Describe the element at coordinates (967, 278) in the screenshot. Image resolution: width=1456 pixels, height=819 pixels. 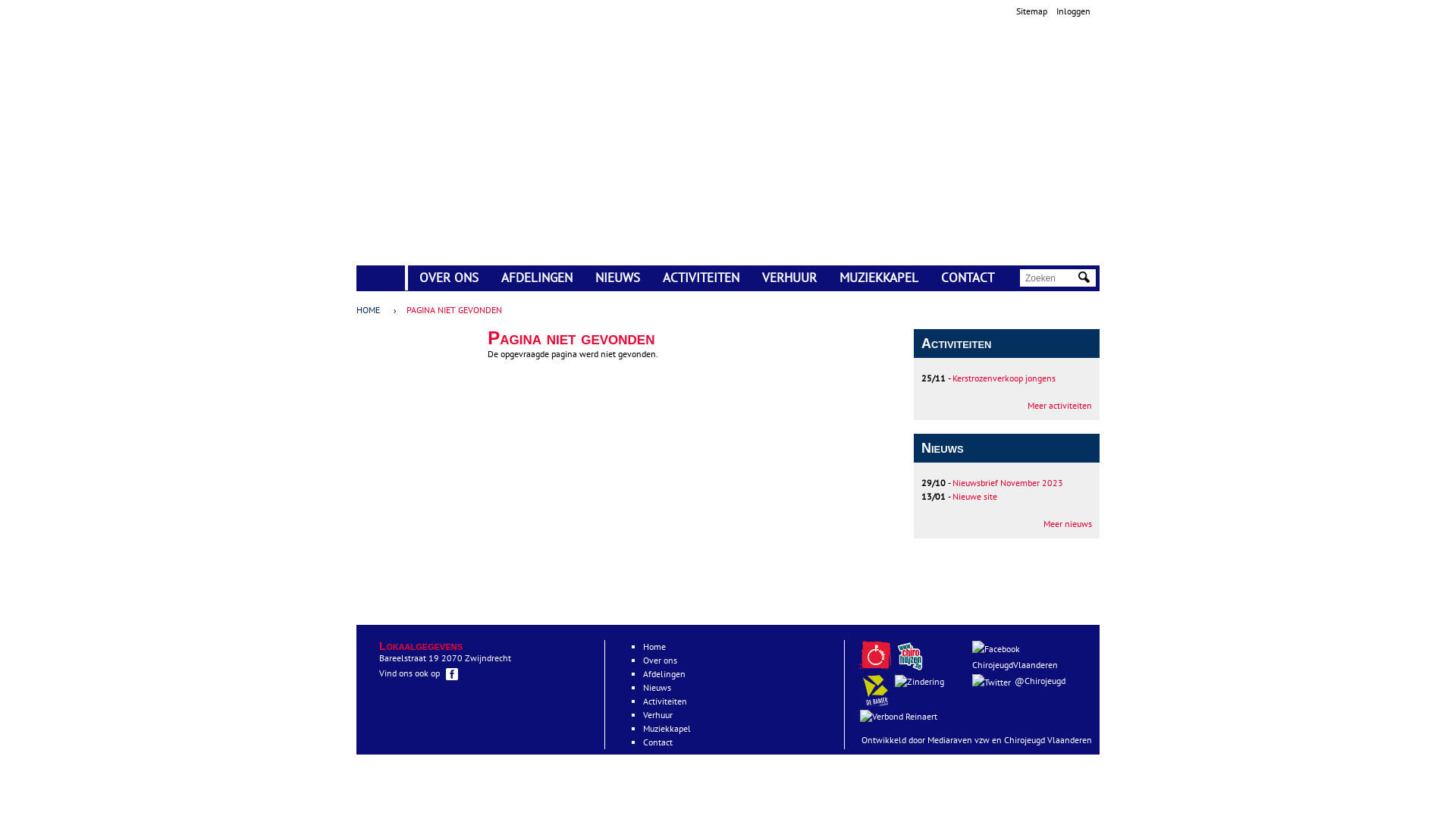
I see `'CONTACT'` at that location.